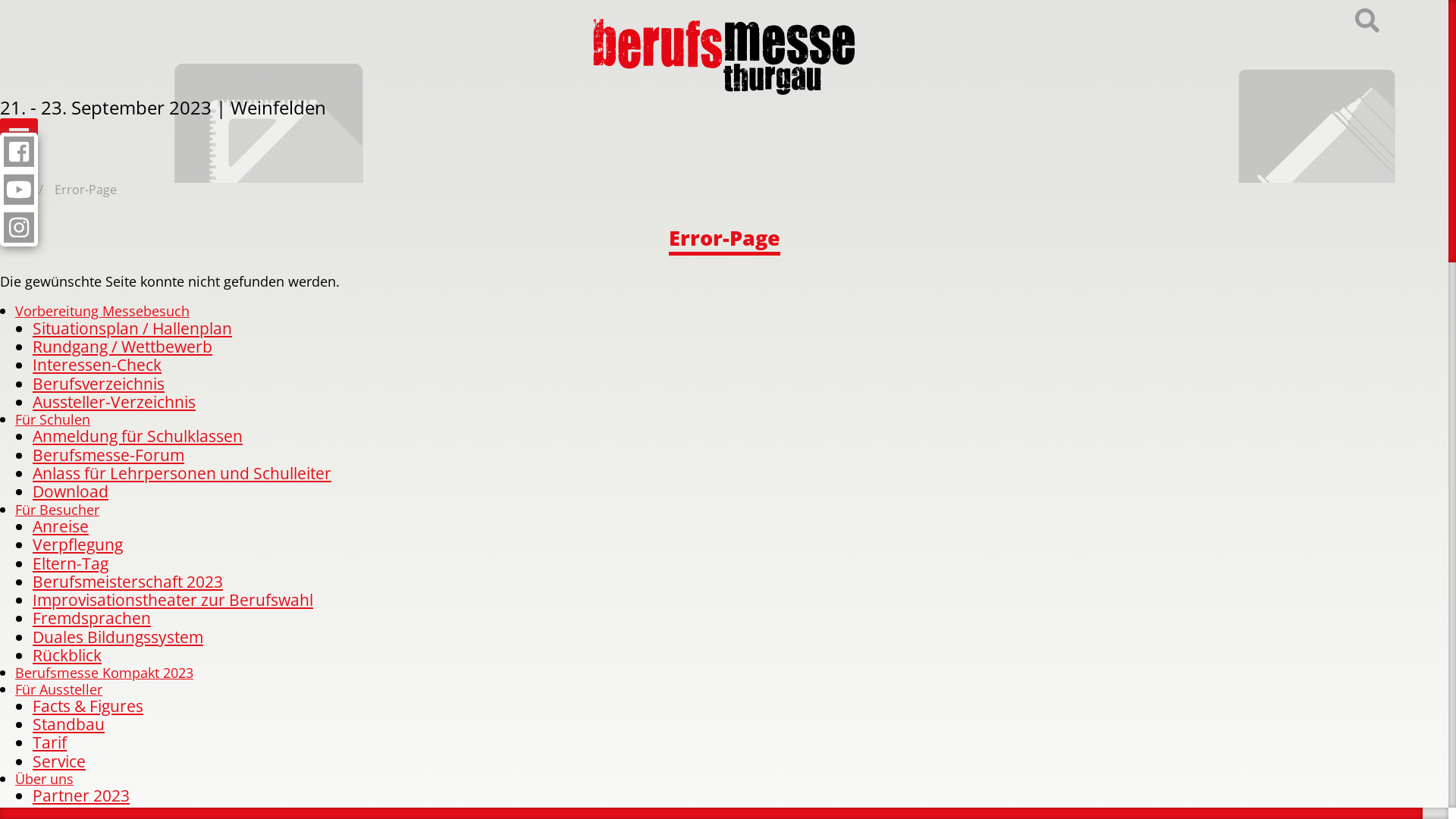 The height and width of the screenshot is (819, 1456). What do you see at coordinates (33, 636) in the screenshot?
I see `'Duales Bildungssystem'` at bounding box center [33, 636].